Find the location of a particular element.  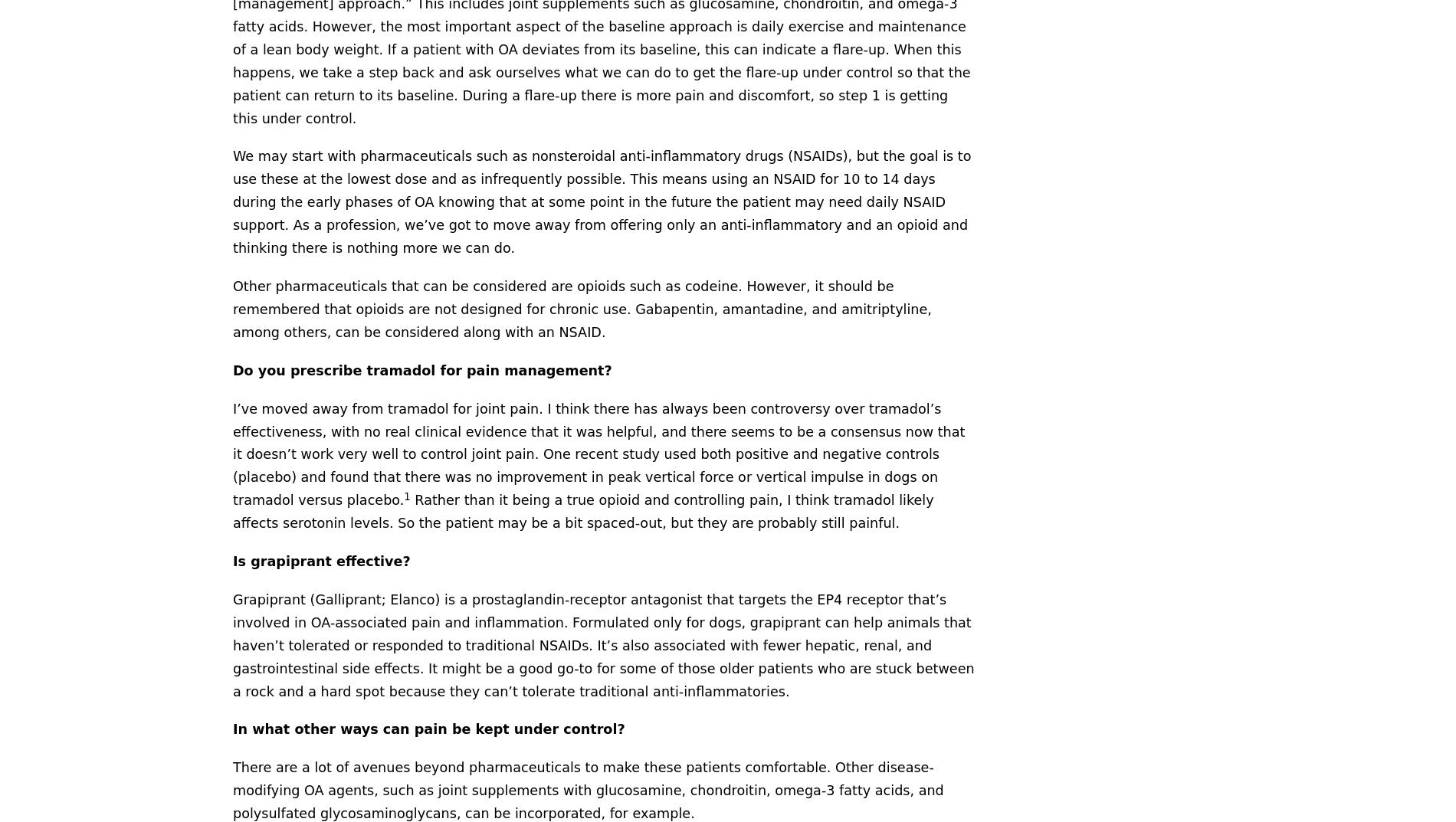

'Grapiprant (Galliprant; Elanco) is a prostaglandin-receptor antagonist that targets the EP4 receptor that’s involved in OA-associated pain and inflammation. Formulated only for dogs, grapiprant can help animals that haven’t tolerated or responded to traditional NSAIDs. It’s also associated with fewer hepatic, renal, and gastrointestinal side effects. It might be a good go-to for some of those older patients who are stuck between a rock and a hard spot because they can’t tolerate traditional anti-inflammatories.' is located at coordinates (602, 644).